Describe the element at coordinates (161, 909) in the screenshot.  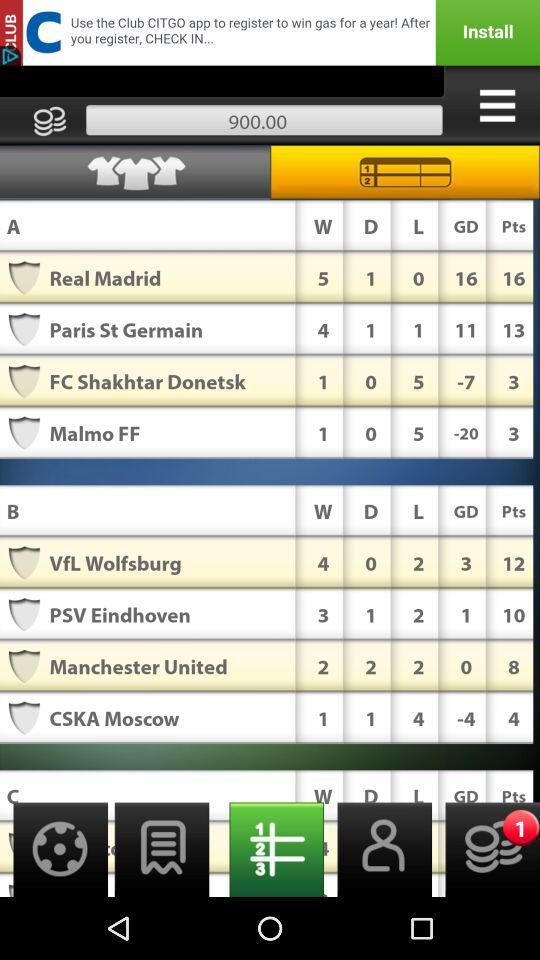
I see `the chat icon` at that location.